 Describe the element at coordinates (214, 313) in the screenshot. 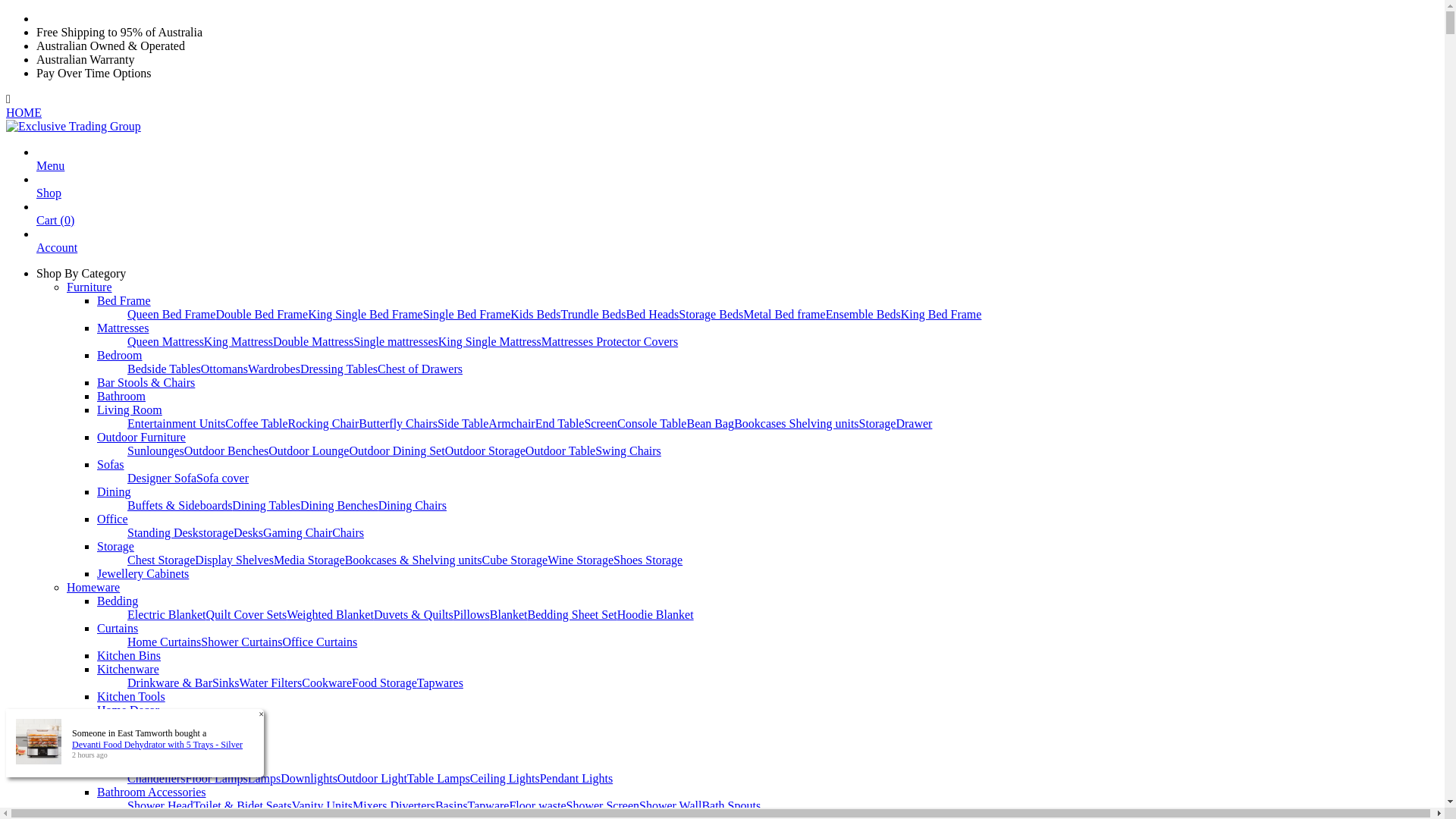

I see `'Double Bed Frame'` at that location.